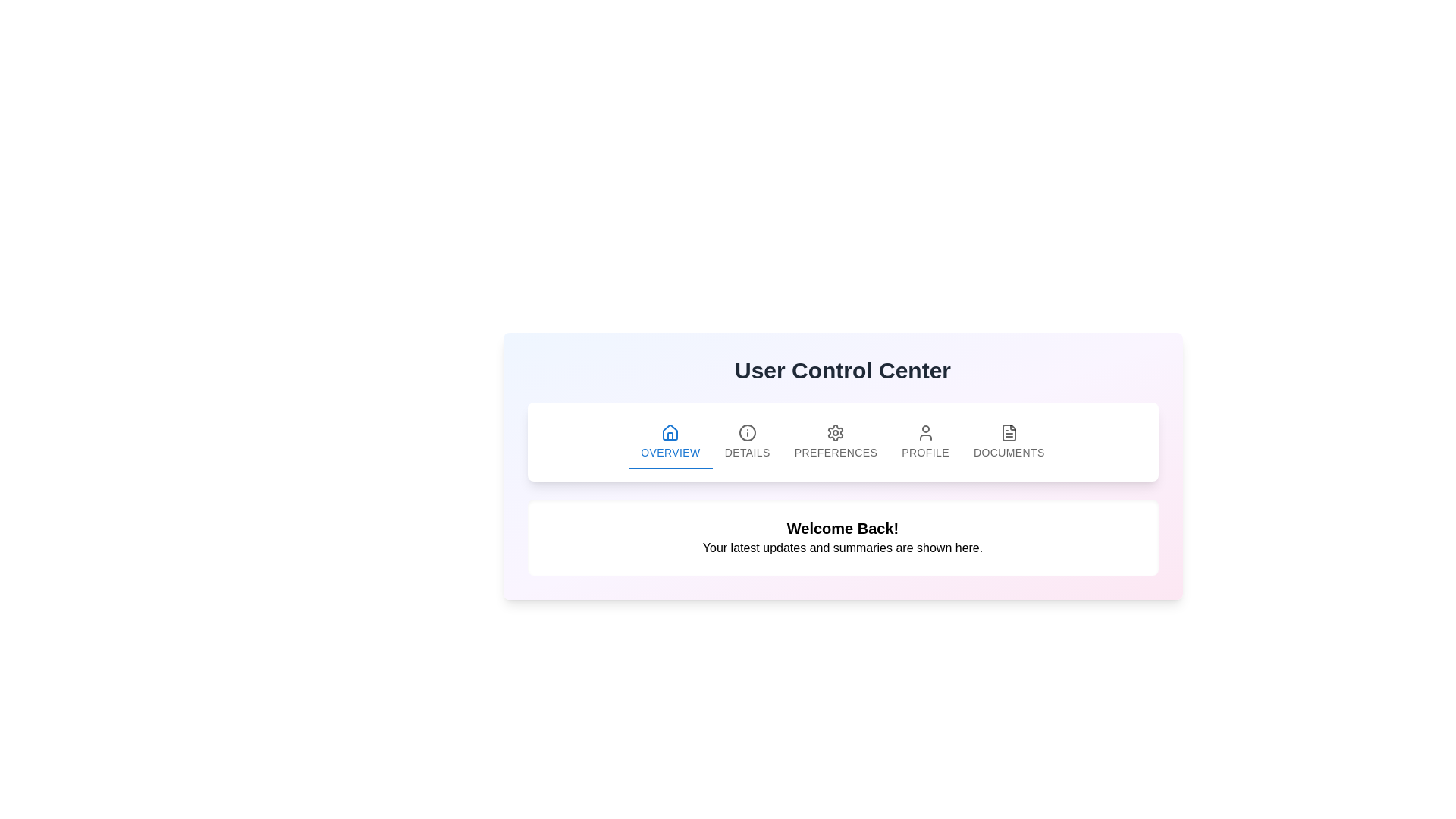  I want to click on the house-shaped icon located above the 'Overview' tab label to navigate to the Overview section, so click(670, 433).